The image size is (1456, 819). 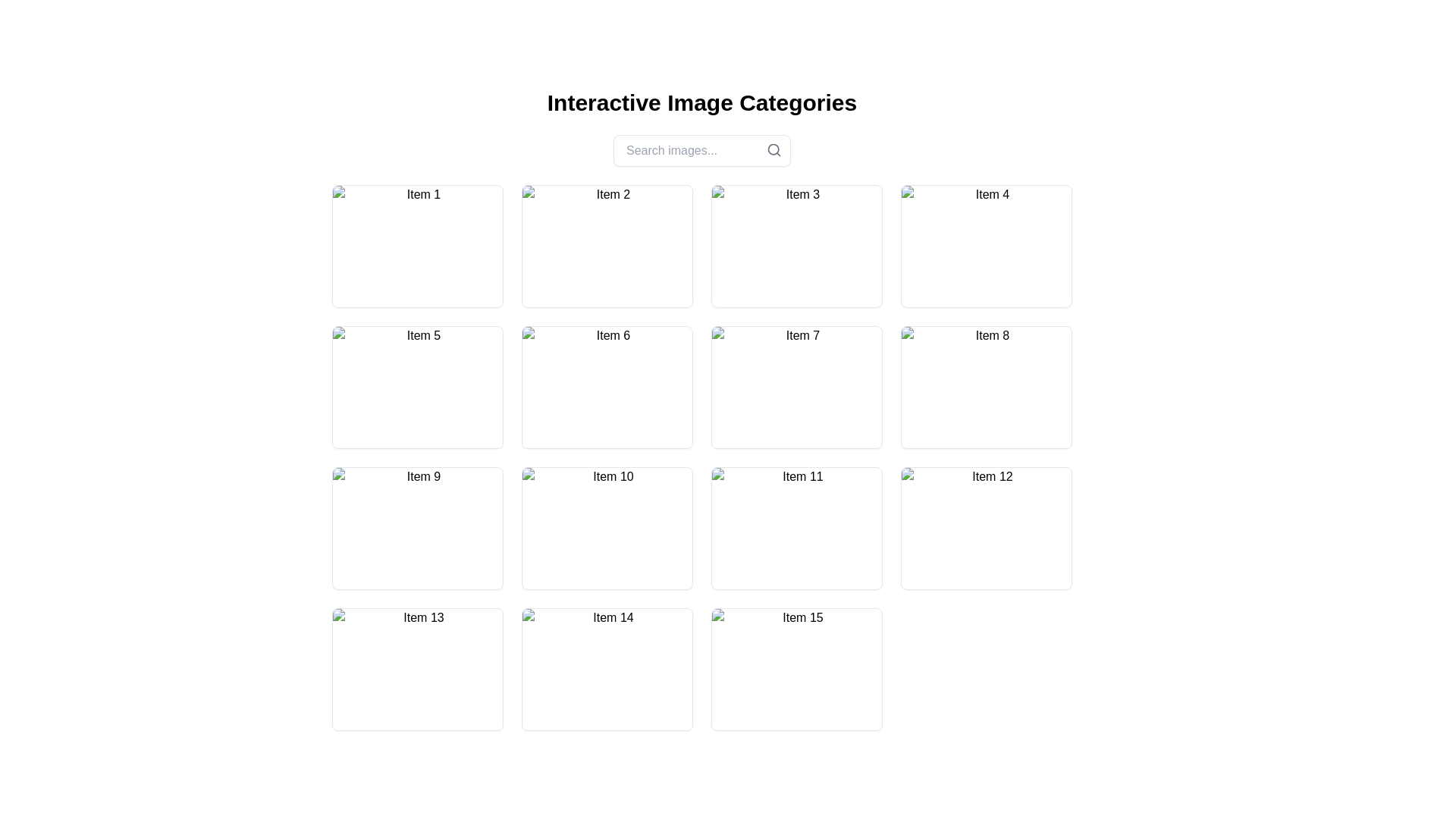 I want to click on the visual card displaying the caption 'Item 15', which is a rectangular card with a rounded border located in the last row, fourth column of the grid layout, so click(x=796, y=669).